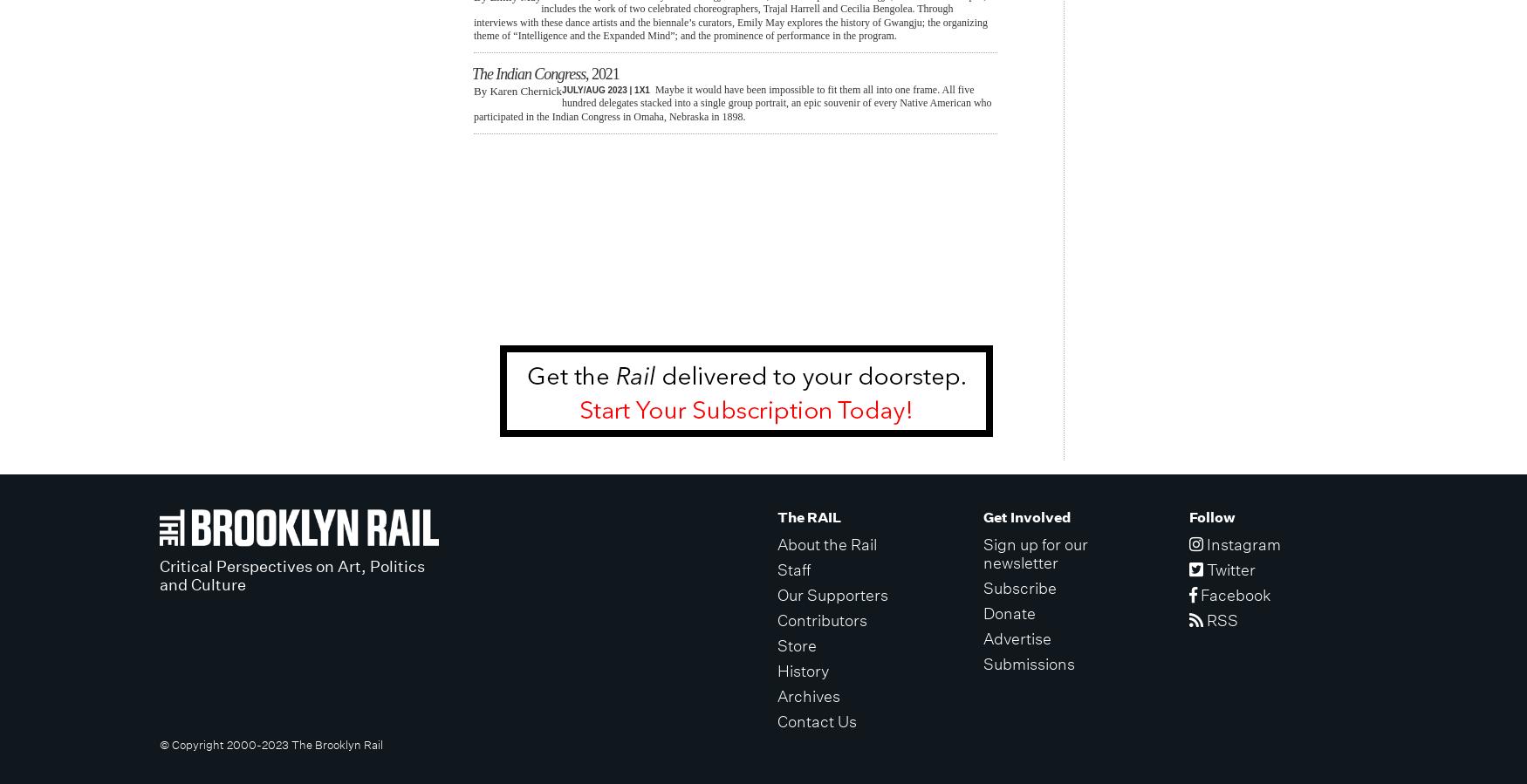 Image resolution: width=1527 pixels, height=784 pixels. I want to click on '© Copyright 2000-2023 The Brooklyn Rail', so click(270, 744).